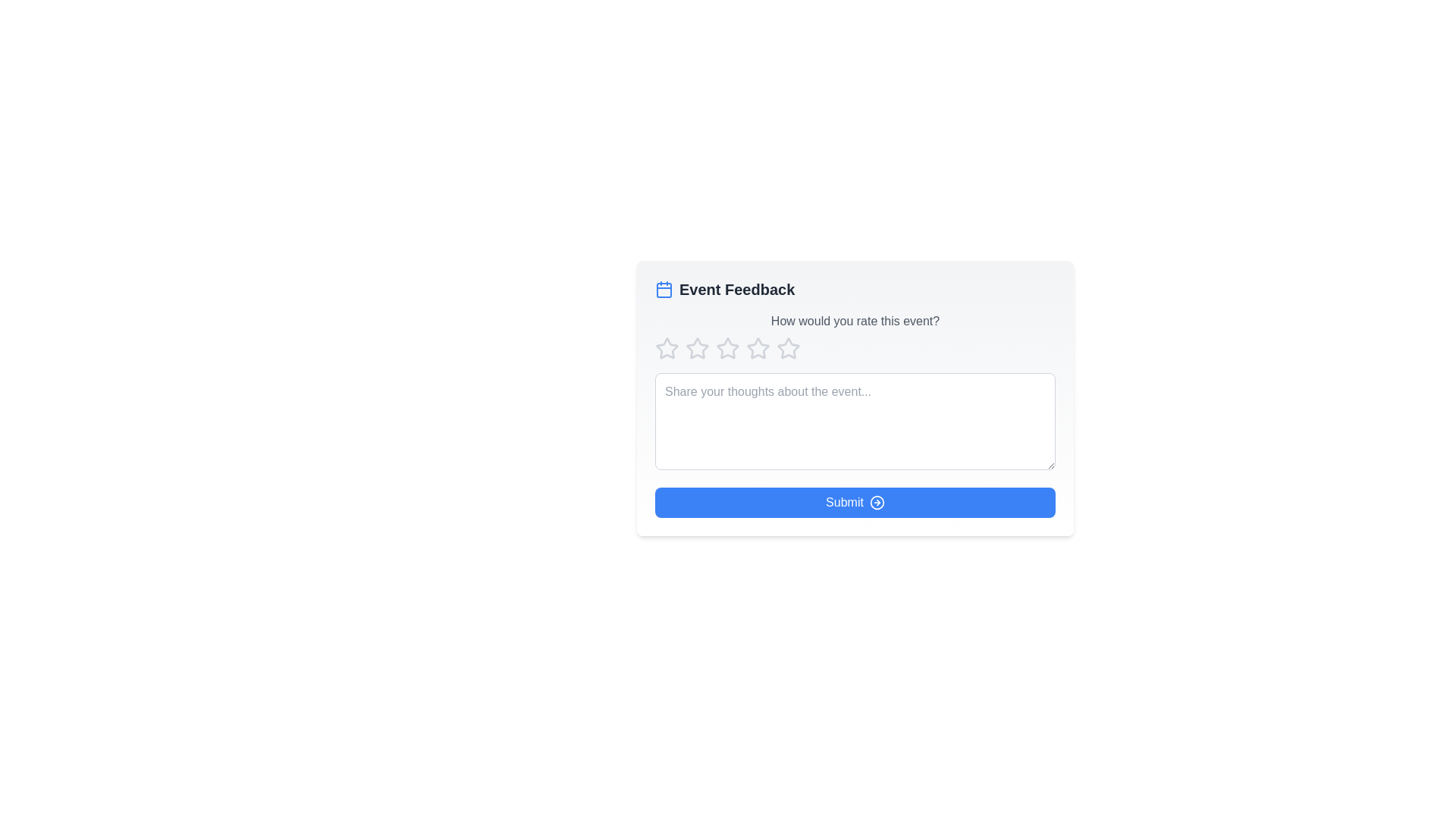 The height and width of the screenshot is (819, 1456). Describe the element at coordinates (667, 348) in the screenshot. I see `the first star in the star rating icon sequence` at that location.